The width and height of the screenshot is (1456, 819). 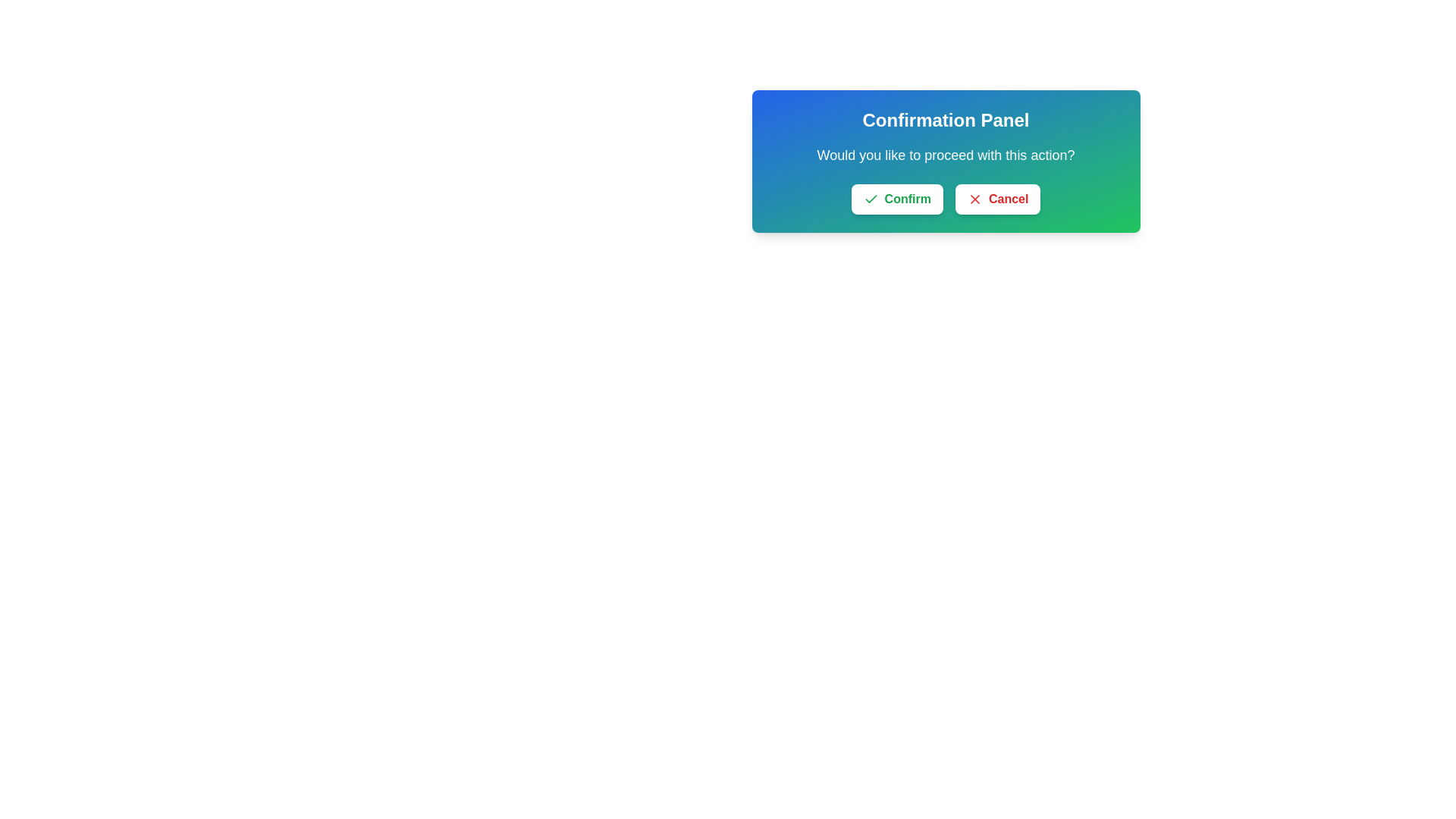 What do you see at coordinates (897, 198) in the screenshot?
I see `the 'Confirm' button, which has a white background, rounded corners, and green text with a checkmark icon` at bounding box center [897, 198].